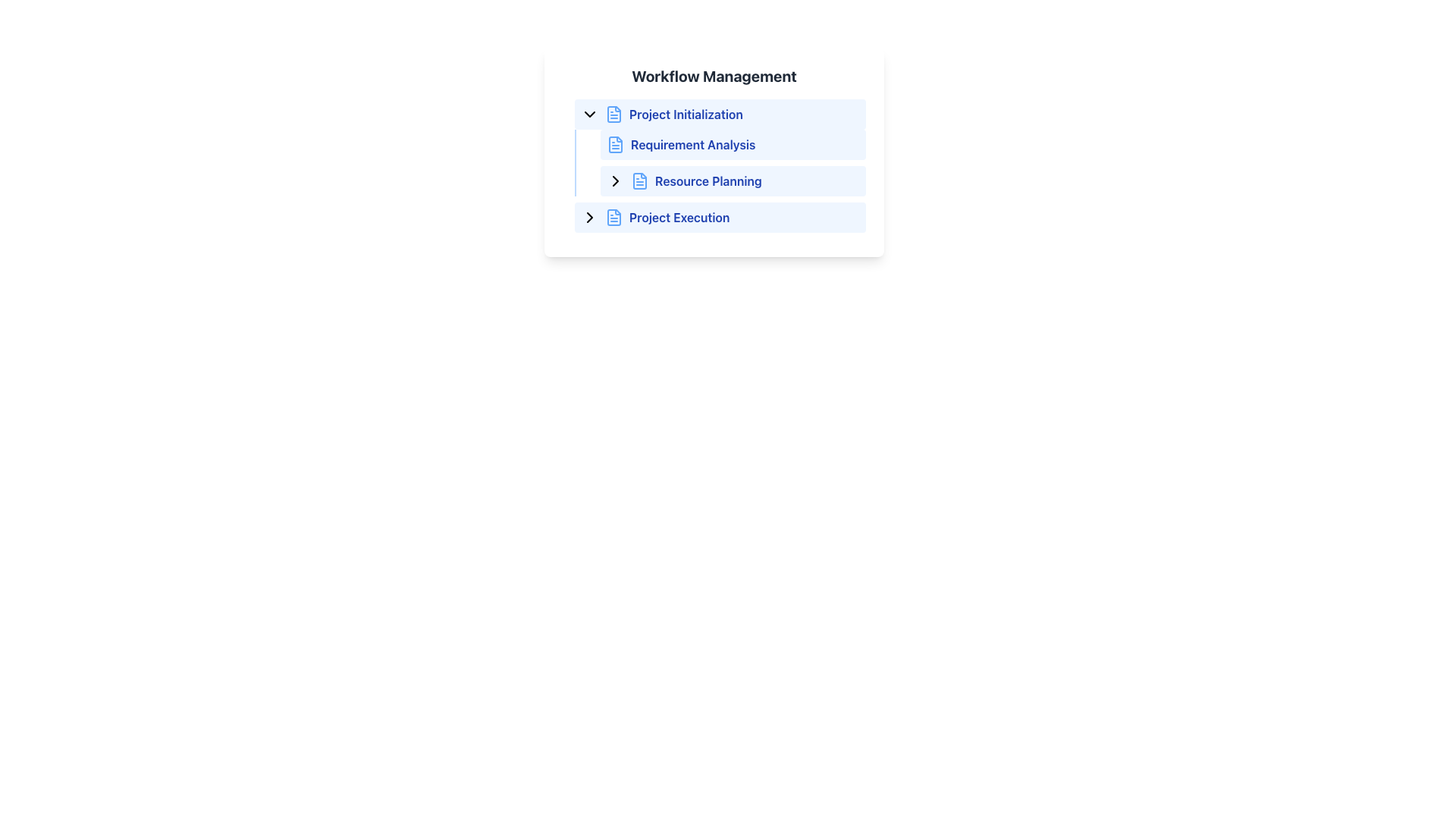 This screenshot has height=819, width=1456. Describe the element at coordinates (615, 180) in the screenshot. I see `the right-pointing chevron icon in the 'Resource Planning' section` at that location.